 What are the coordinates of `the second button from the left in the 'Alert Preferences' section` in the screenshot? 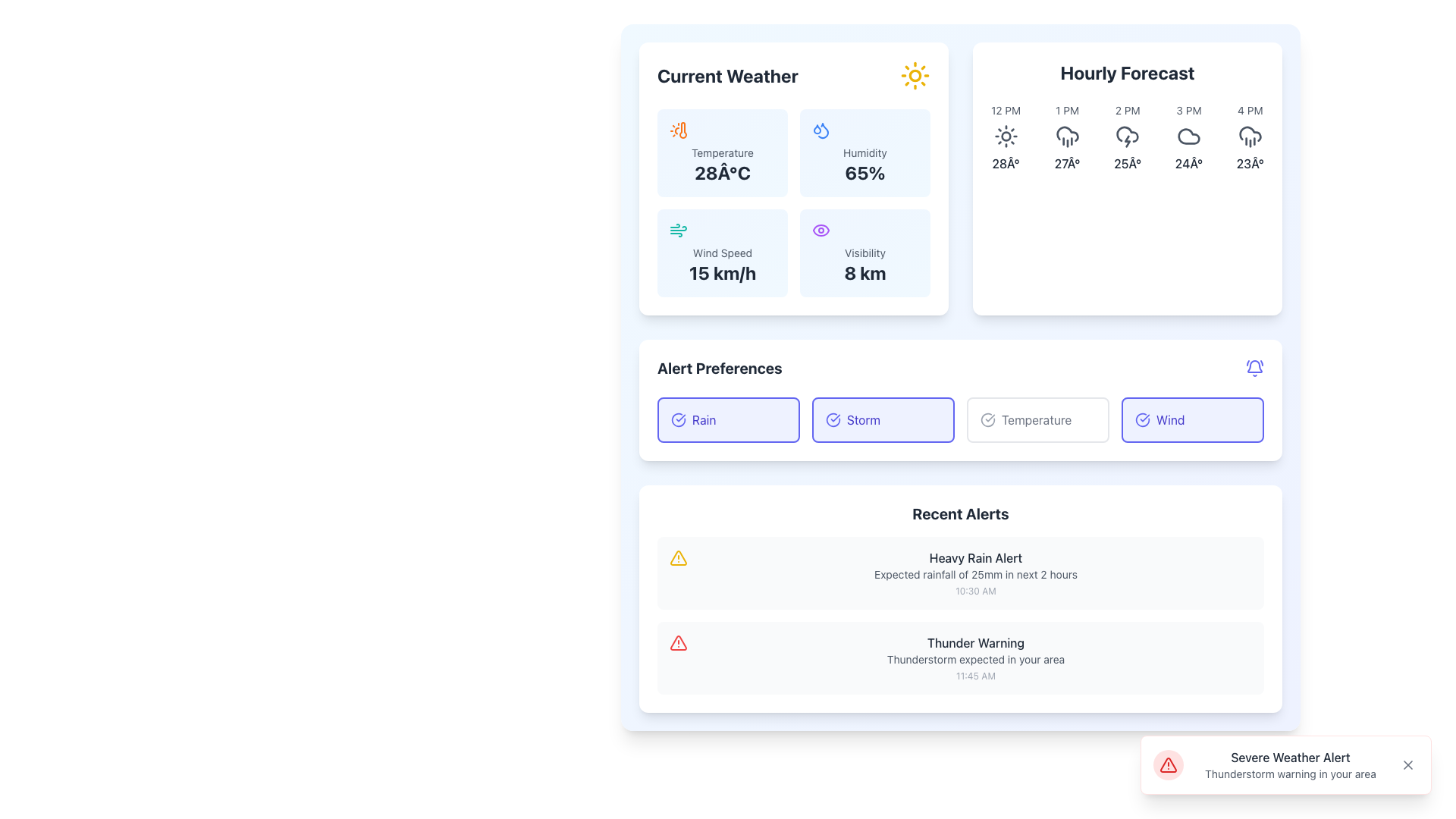 It's located at (883, 420).